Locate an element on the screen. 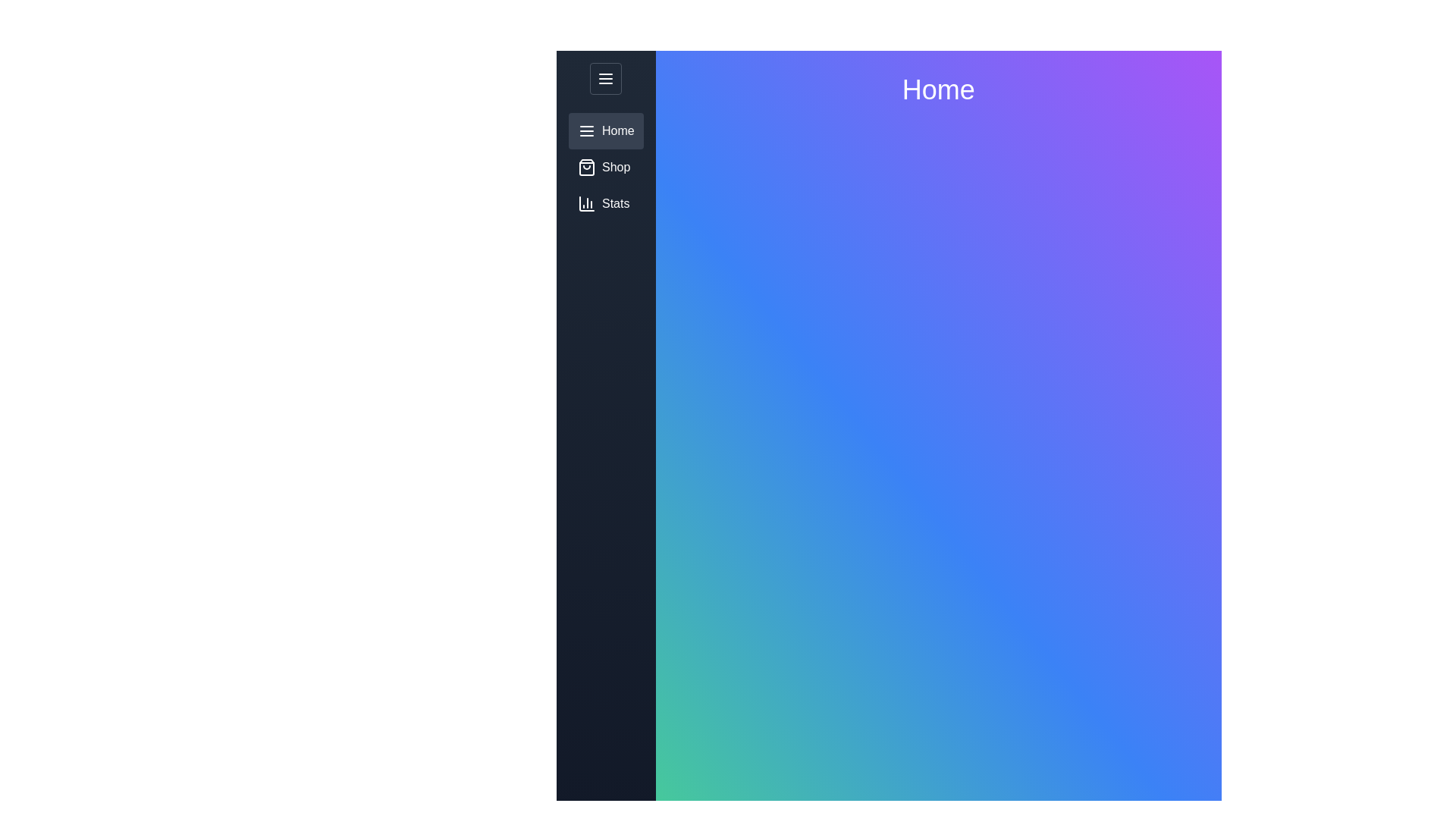 This screenshot has width=1456, height=819. the menu button to toggle the menu open or closed is located at coordinates (604, 79).